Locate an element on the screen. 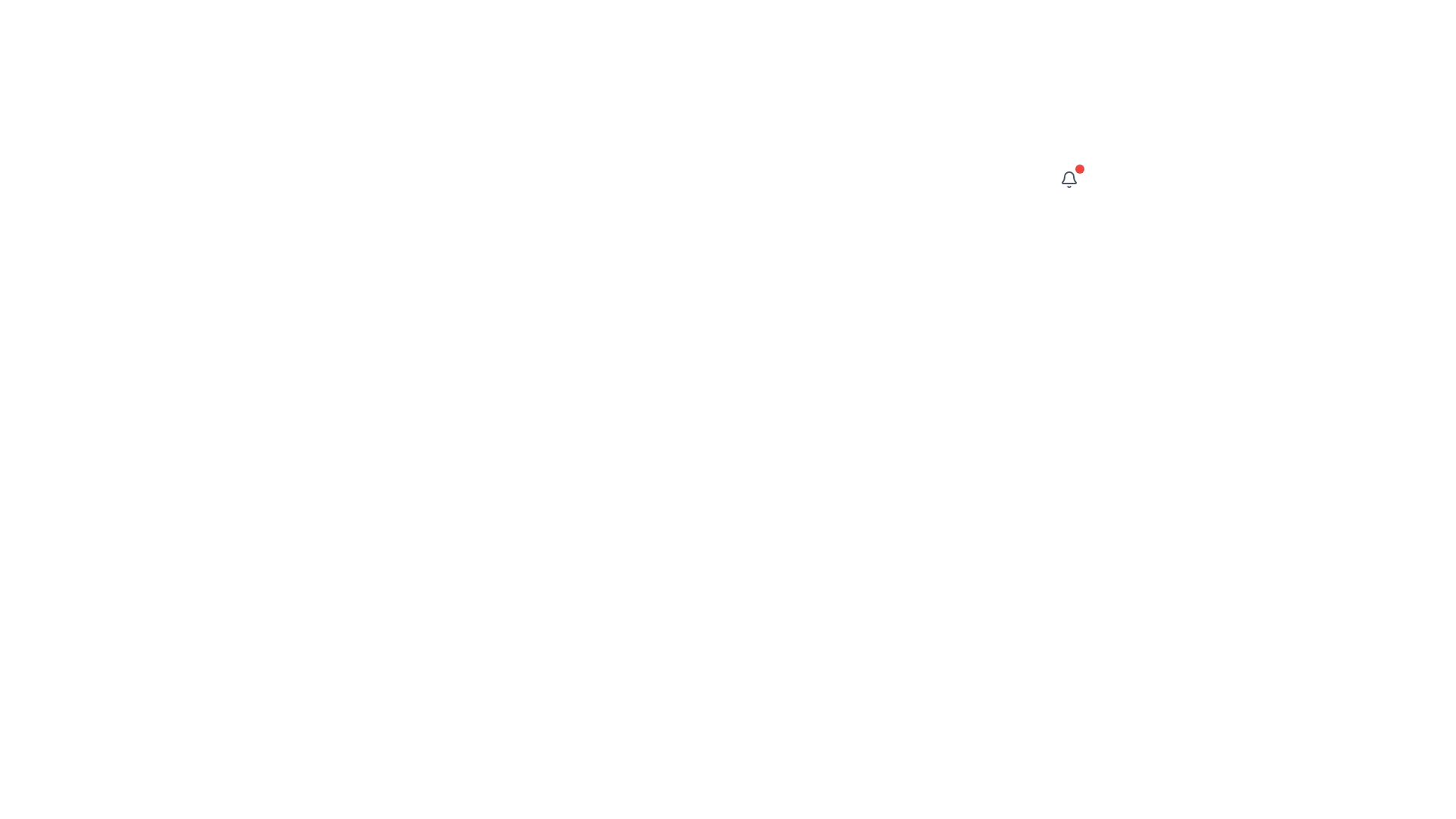 The width and height of the screenshot is (1456, 819). the Button with a notification indicator located at the top-right of the interface is located at coordinates (1068, 178).